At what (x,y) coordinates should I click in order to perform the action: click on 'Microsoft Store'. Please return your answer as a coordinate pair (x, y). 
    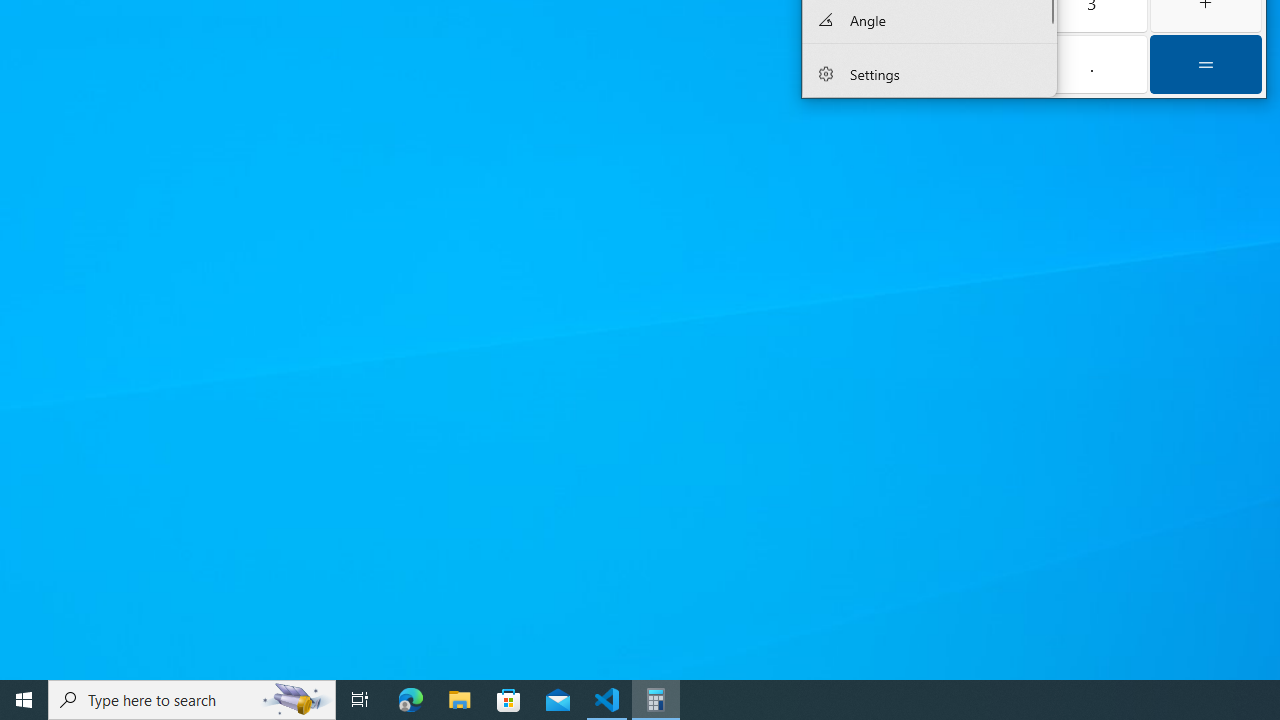
    Looking at the image, I should click on (509, 698).